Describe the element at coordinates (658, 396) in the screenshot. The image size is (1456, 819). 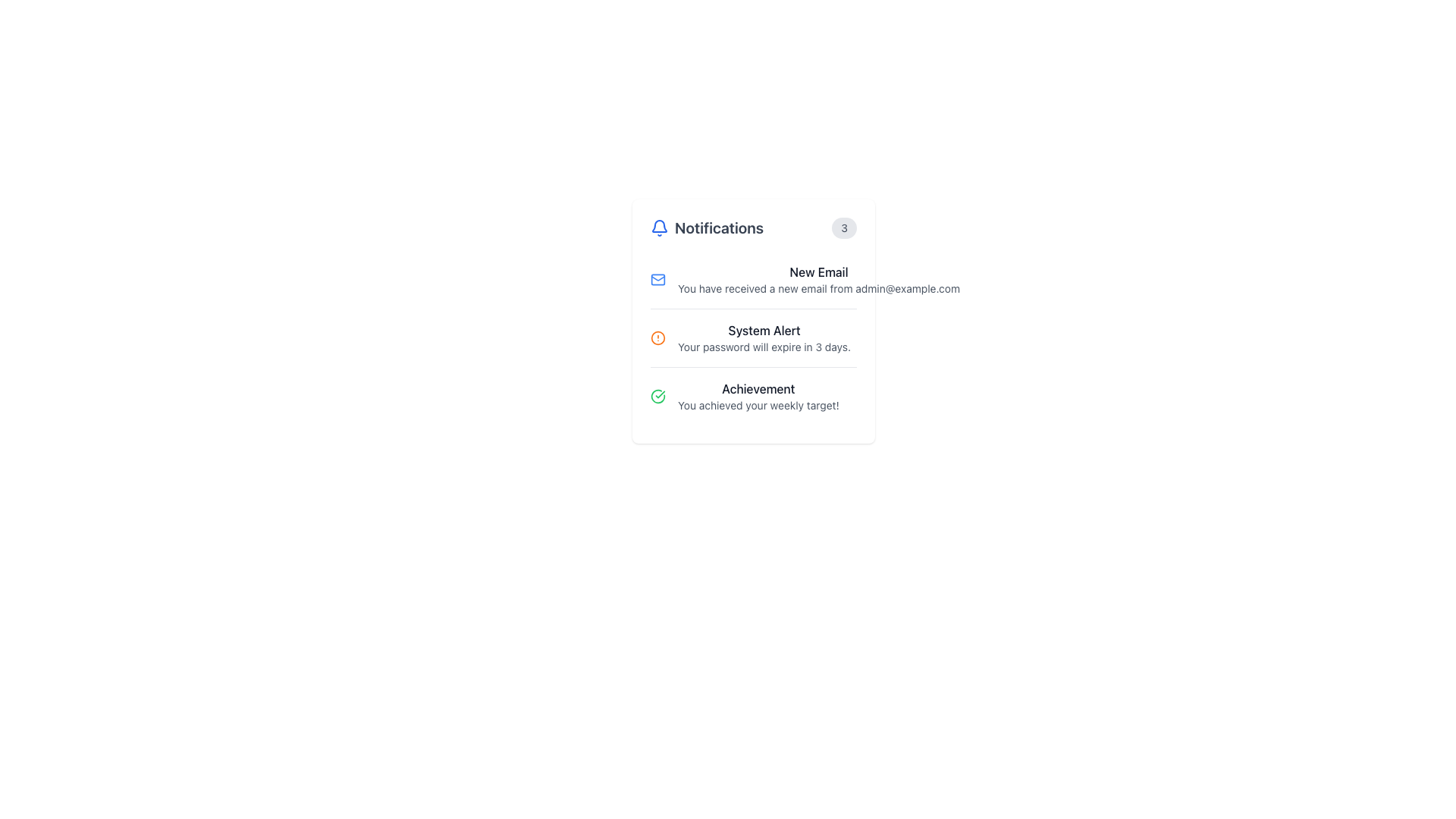
I see `the green circle icon with a check mark, indicating a successful or completed action, located to the left of the 'Achievement' text label in the notification list` at that location.